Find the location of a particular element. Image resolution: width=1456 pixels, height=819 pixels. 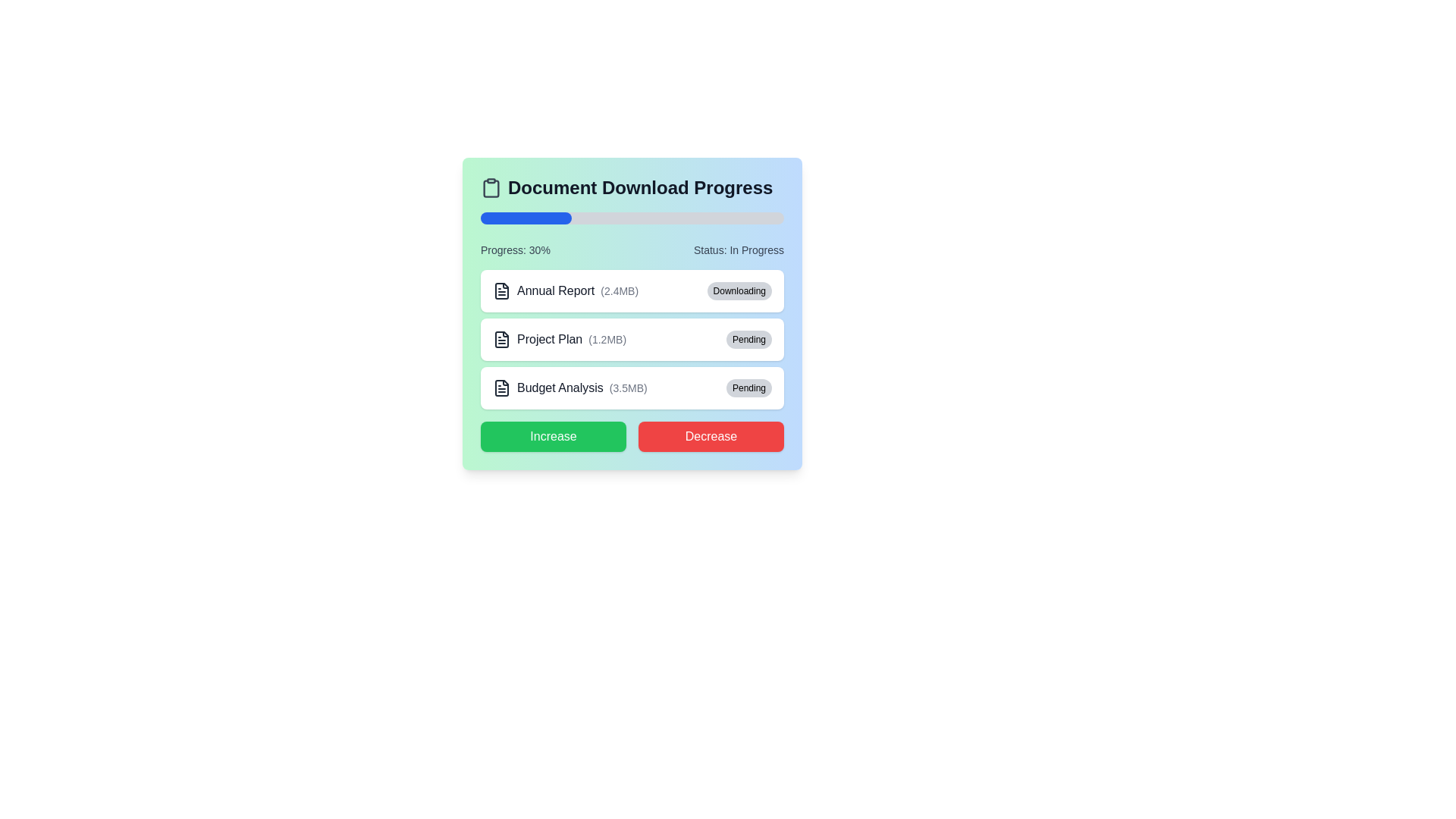

the document icon next to the 'Annual Report (2.4MB)' label, which features a minimalist design with a folded top-right corner and horizontal lines inside representing text is located at coordinates (502, 291).